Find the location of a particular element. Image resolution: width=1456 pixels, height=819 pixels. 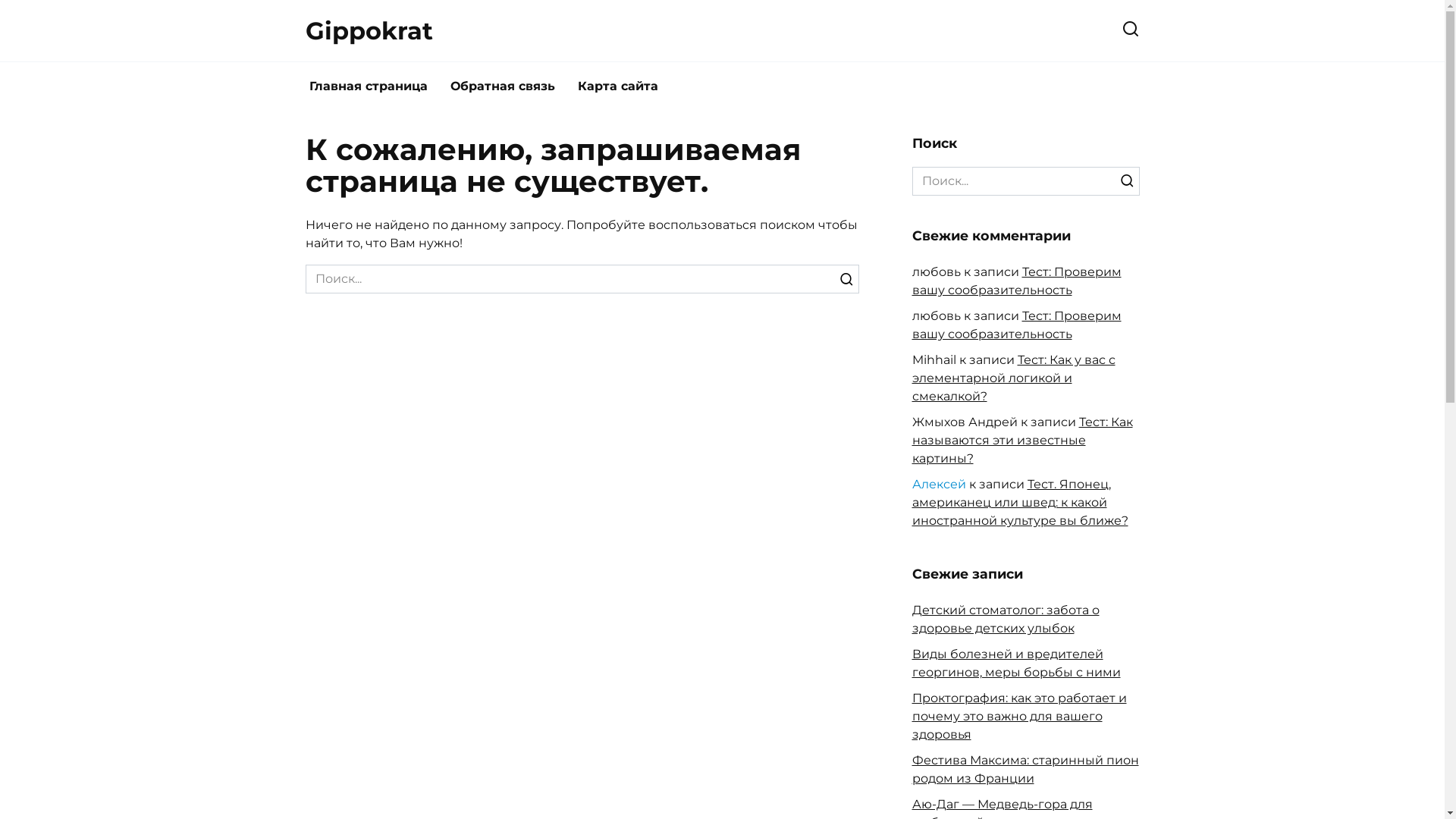

'Gippokrat' is located at coordinates (368, 30).